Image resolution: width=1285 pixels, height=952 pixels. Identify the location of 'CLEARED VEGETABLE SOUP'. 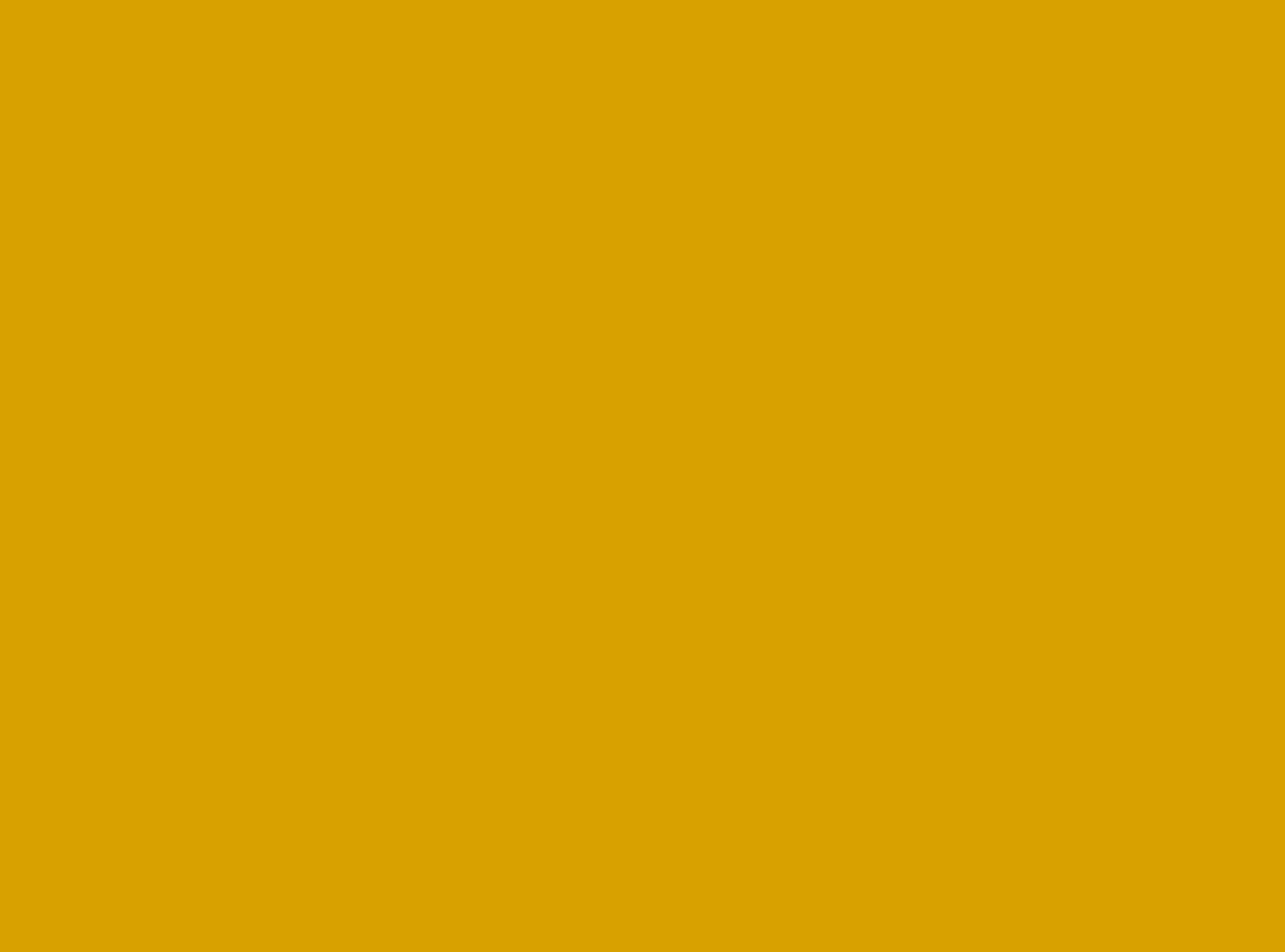
(317, 674).